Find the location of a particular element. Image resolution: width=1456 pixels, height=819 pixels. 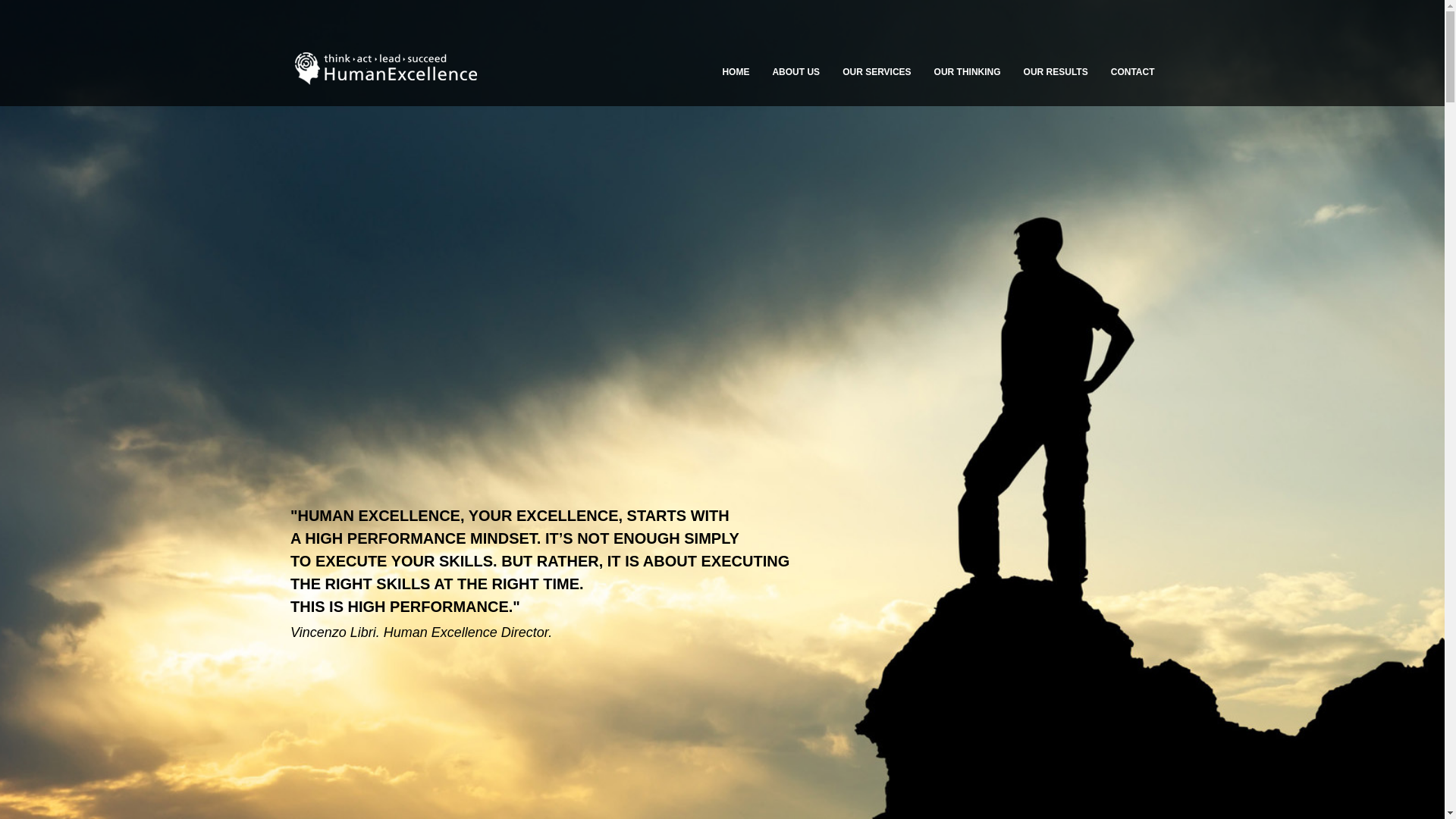

'CONTACT' is located at coordinates (1132, 72).